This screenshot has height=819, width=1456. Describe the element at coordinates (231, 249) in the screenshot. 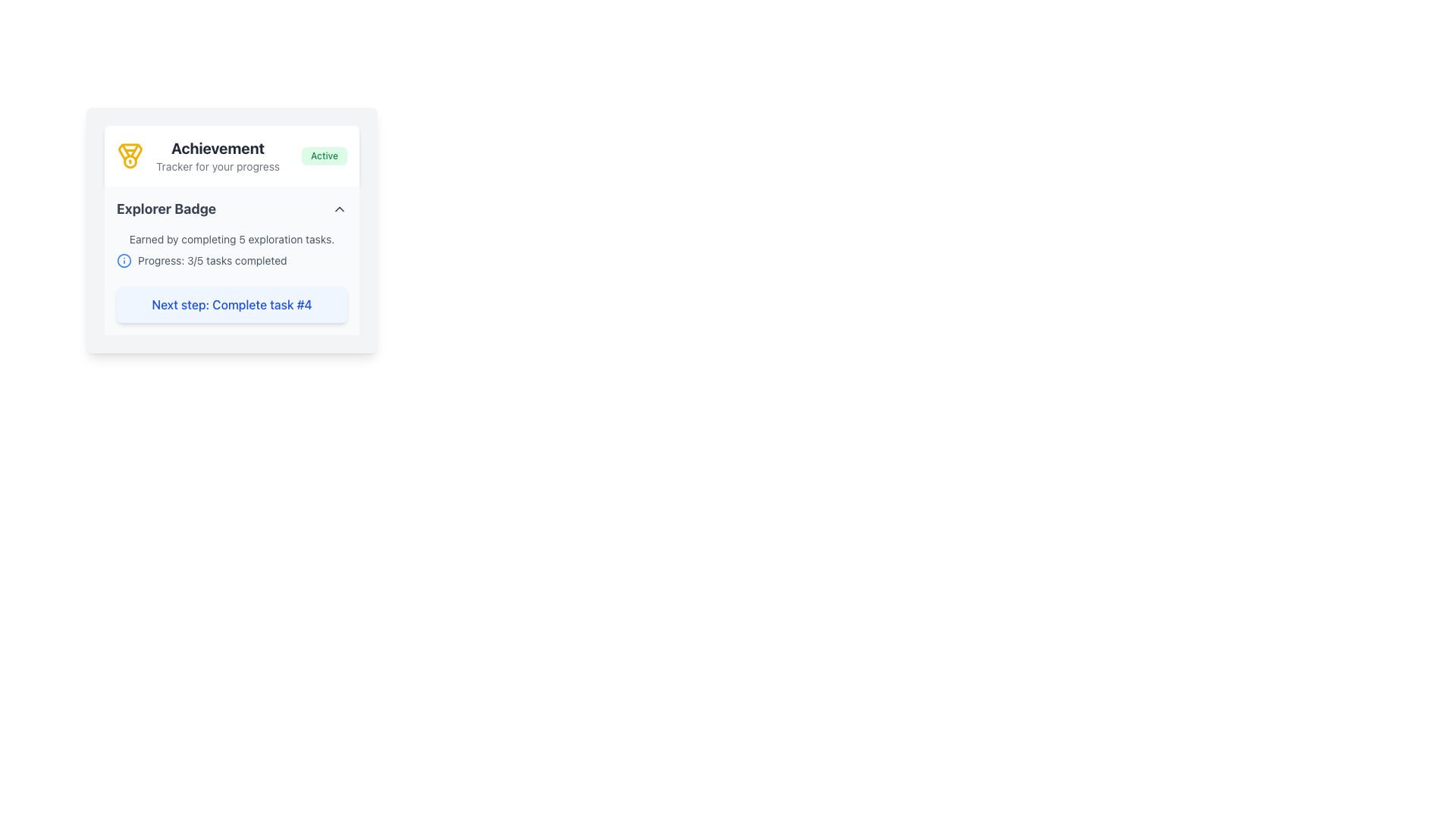

I see `the Text Description Component that indicates progress for exploration tasks, which includes the text 'Earned by completing 5 exploration tasks.' and 'Progress: 3/5 tasks completed'` at that location.